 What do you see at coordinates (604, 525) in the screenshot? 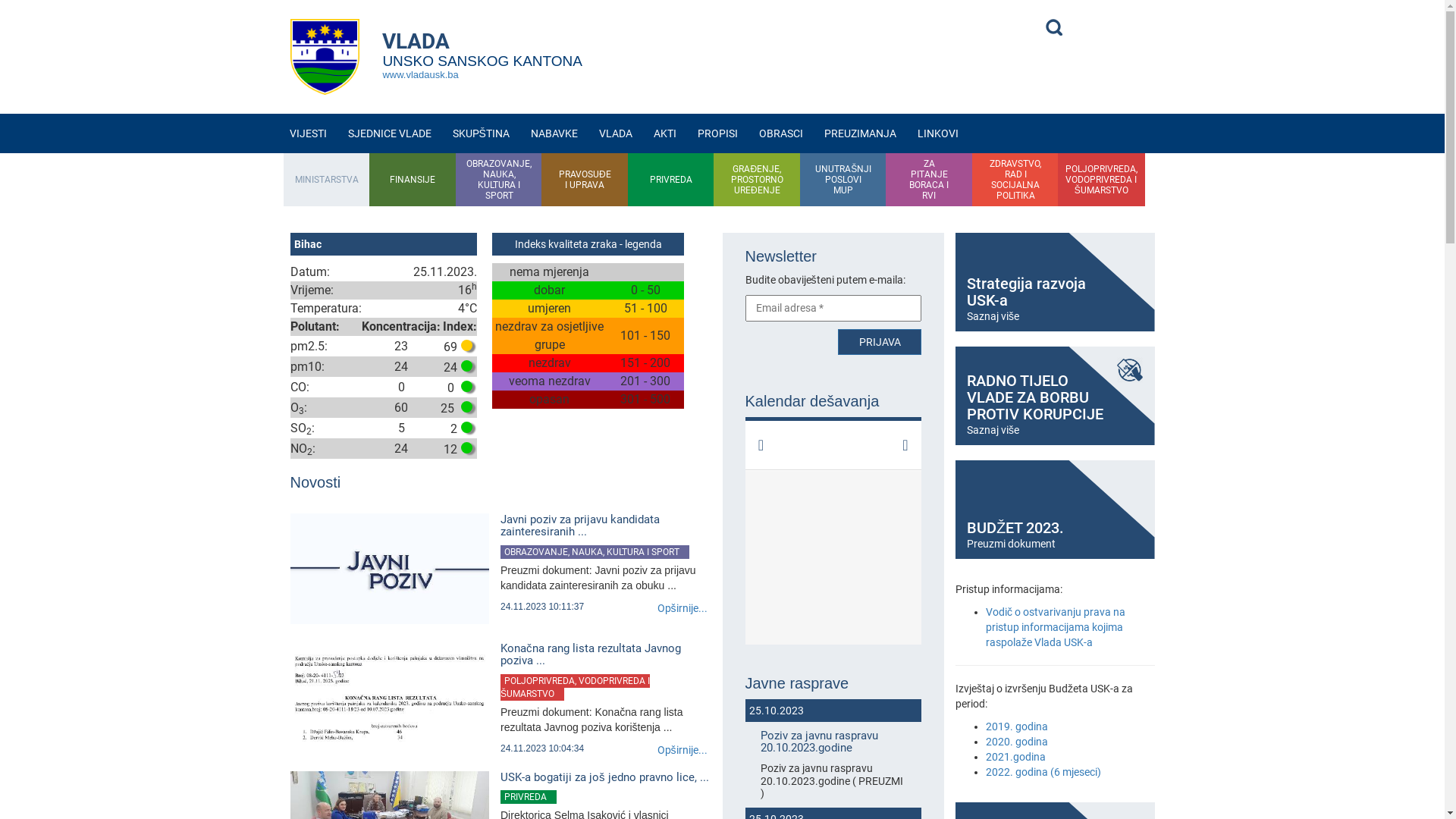
I see `'Javni poziv za prijavu kandidata zainteresiranih ...'` at bounding box center [604, 525].